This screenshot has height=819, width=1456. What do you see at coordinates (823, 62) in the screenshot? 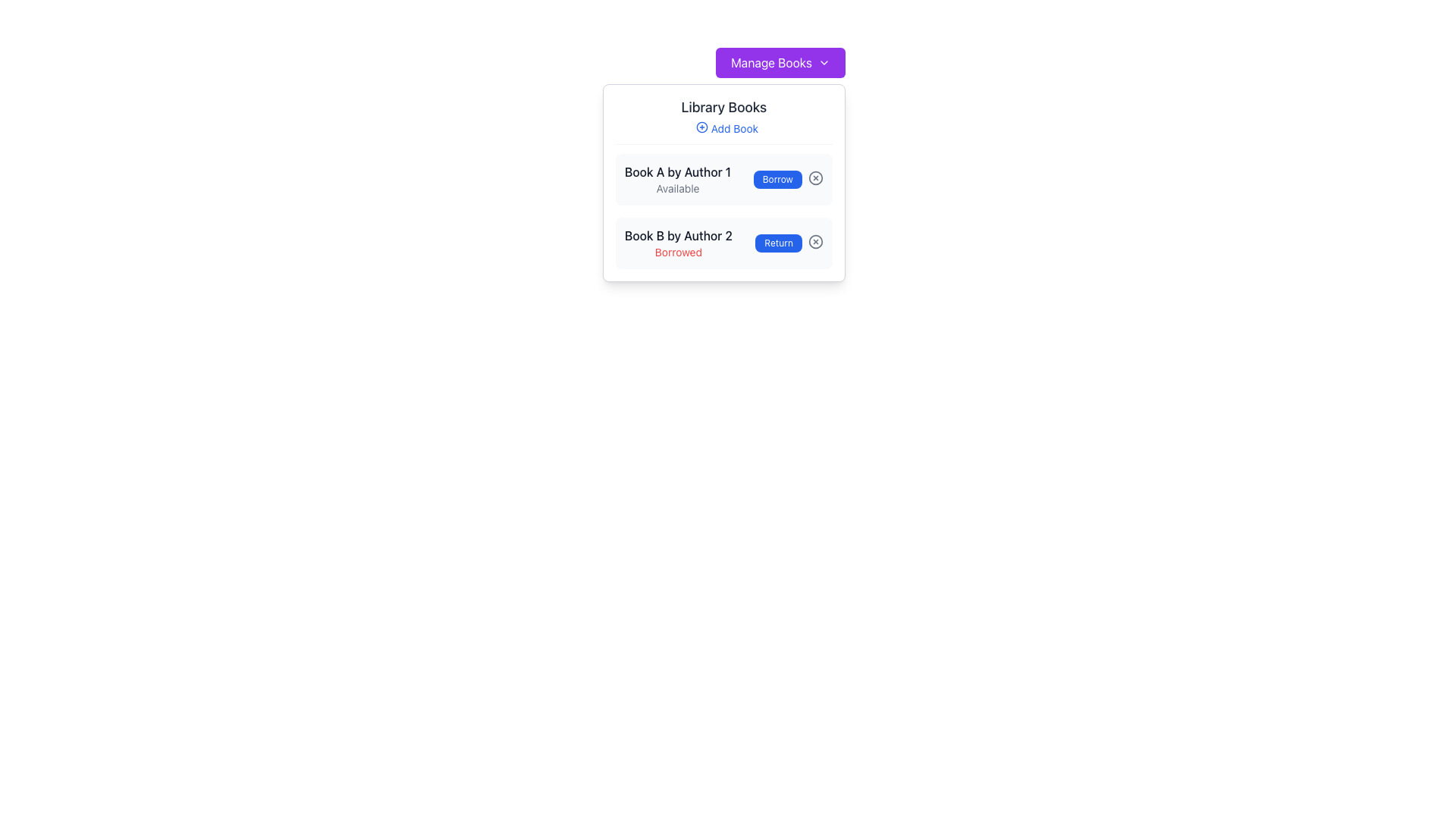
I see `the downward pointing chevron-shaped icon within the 'Manage Books' button to receive visual feedback` at bounding box center [823, 62].